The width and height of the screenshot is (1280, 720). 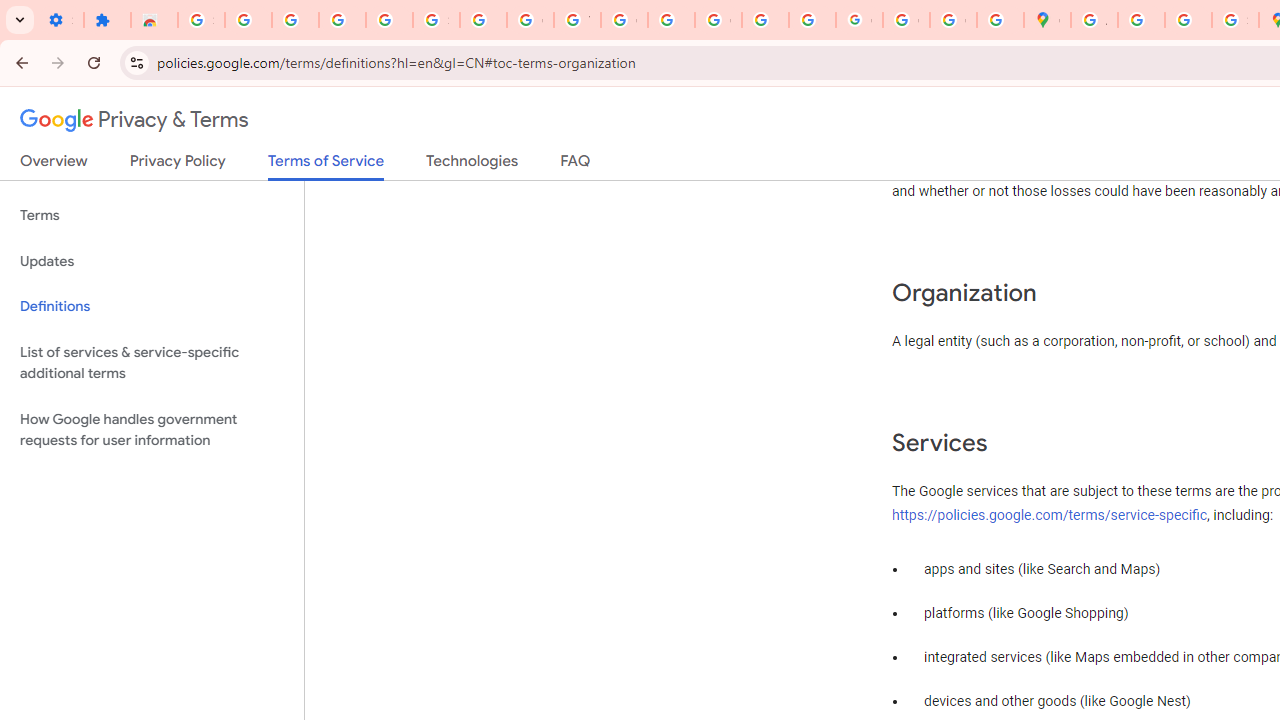 What do you see at coordinates (106, 20) in the screenshot?
I see `'Extensions'` at bounding box center [106, 20].